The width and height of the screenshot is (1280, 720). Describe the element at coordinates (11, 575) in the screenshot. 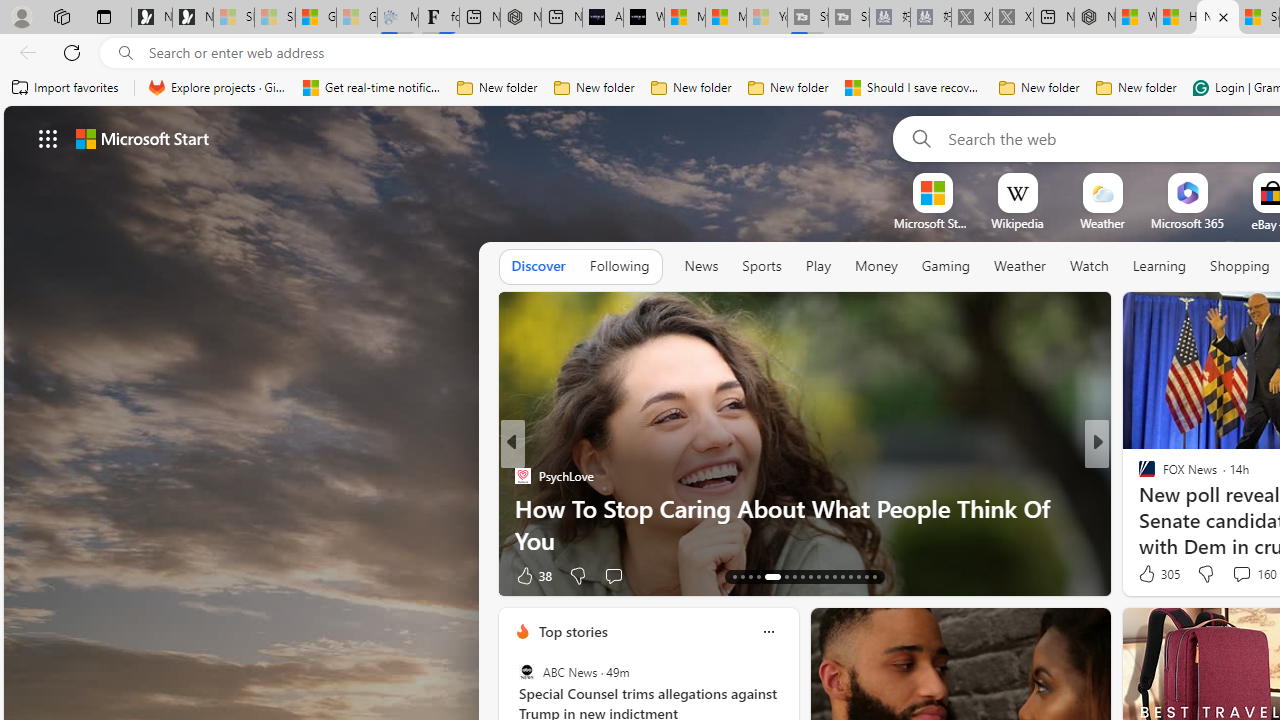

I see `'View comments 61 Comment'` at that location.